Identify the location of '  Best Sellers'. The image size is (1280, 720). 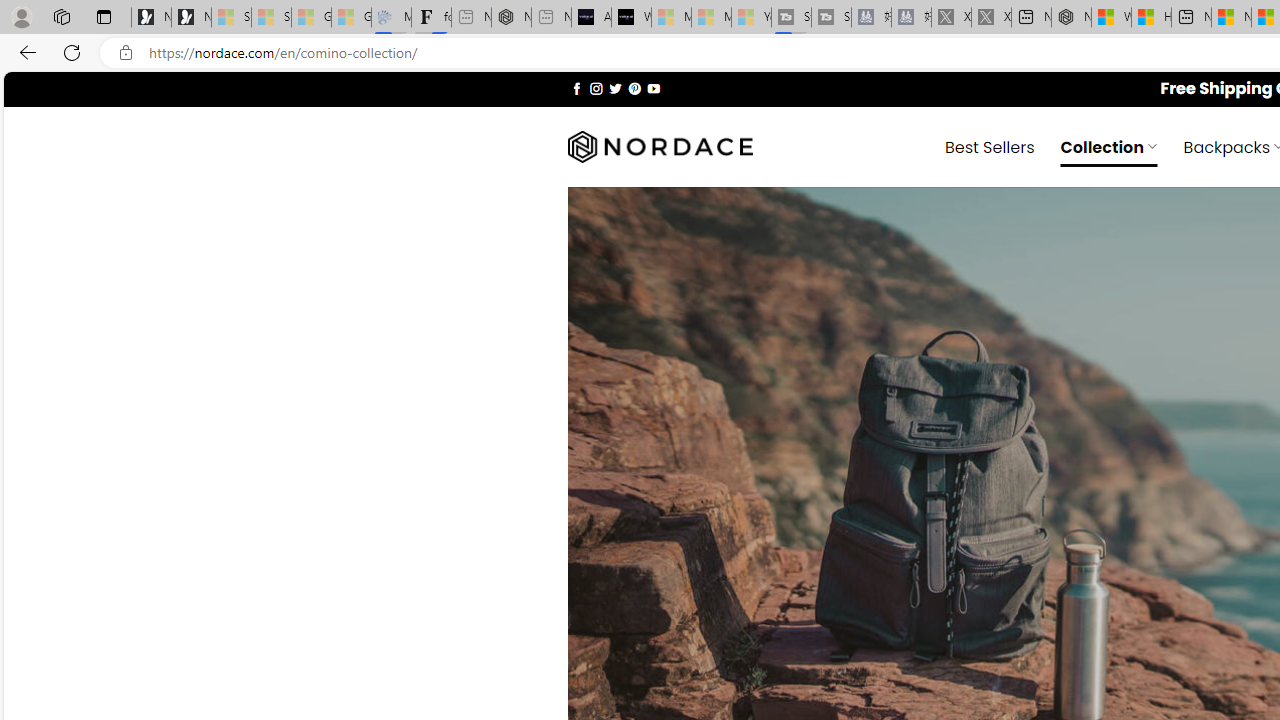
(990, 145).